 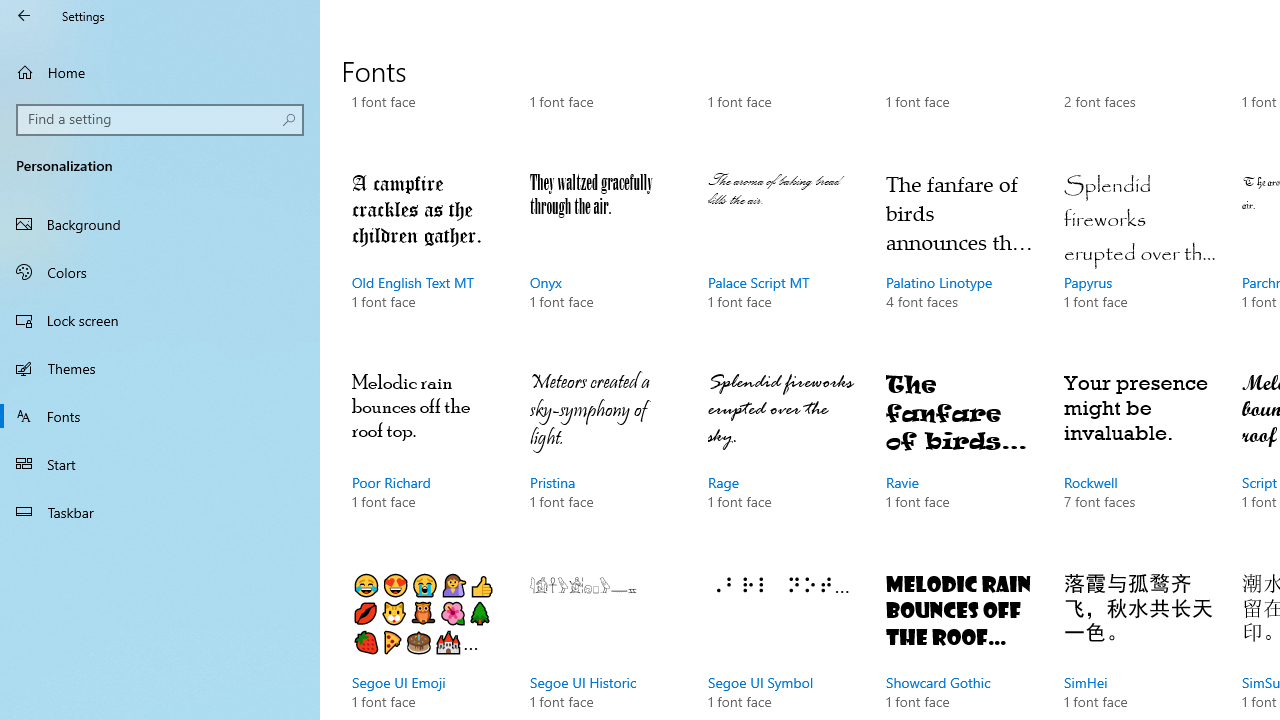 I want to click on 'Start', so click(x=160, y=464).